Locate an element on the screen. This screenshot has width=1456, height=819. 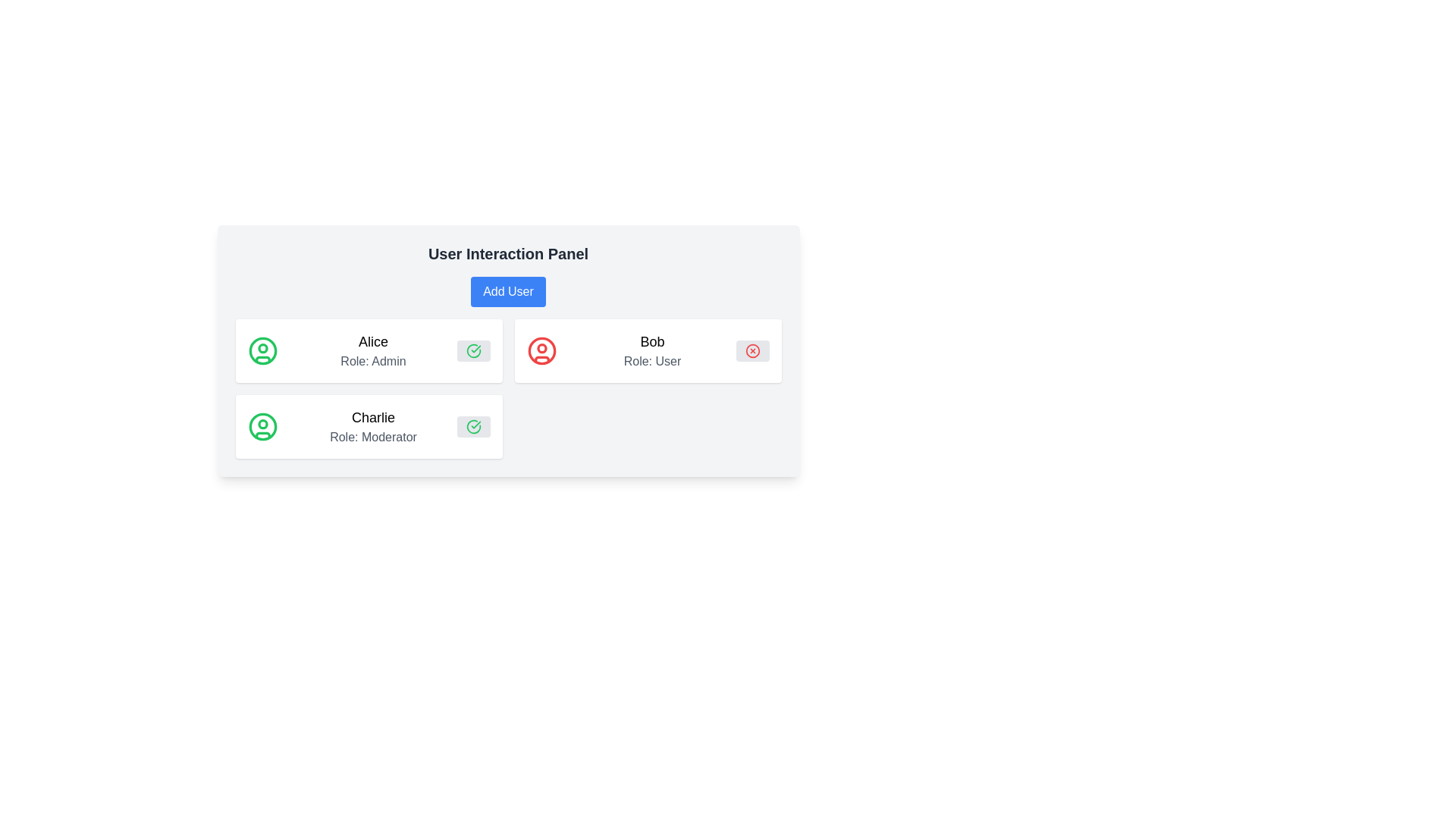
displayed text from the user profile Card component, which is the second item in a vertical list of three cards, positioned next to the card labeled 'Alice' and above the card labeled 'Charlie' is located at coordinates (648, 350).